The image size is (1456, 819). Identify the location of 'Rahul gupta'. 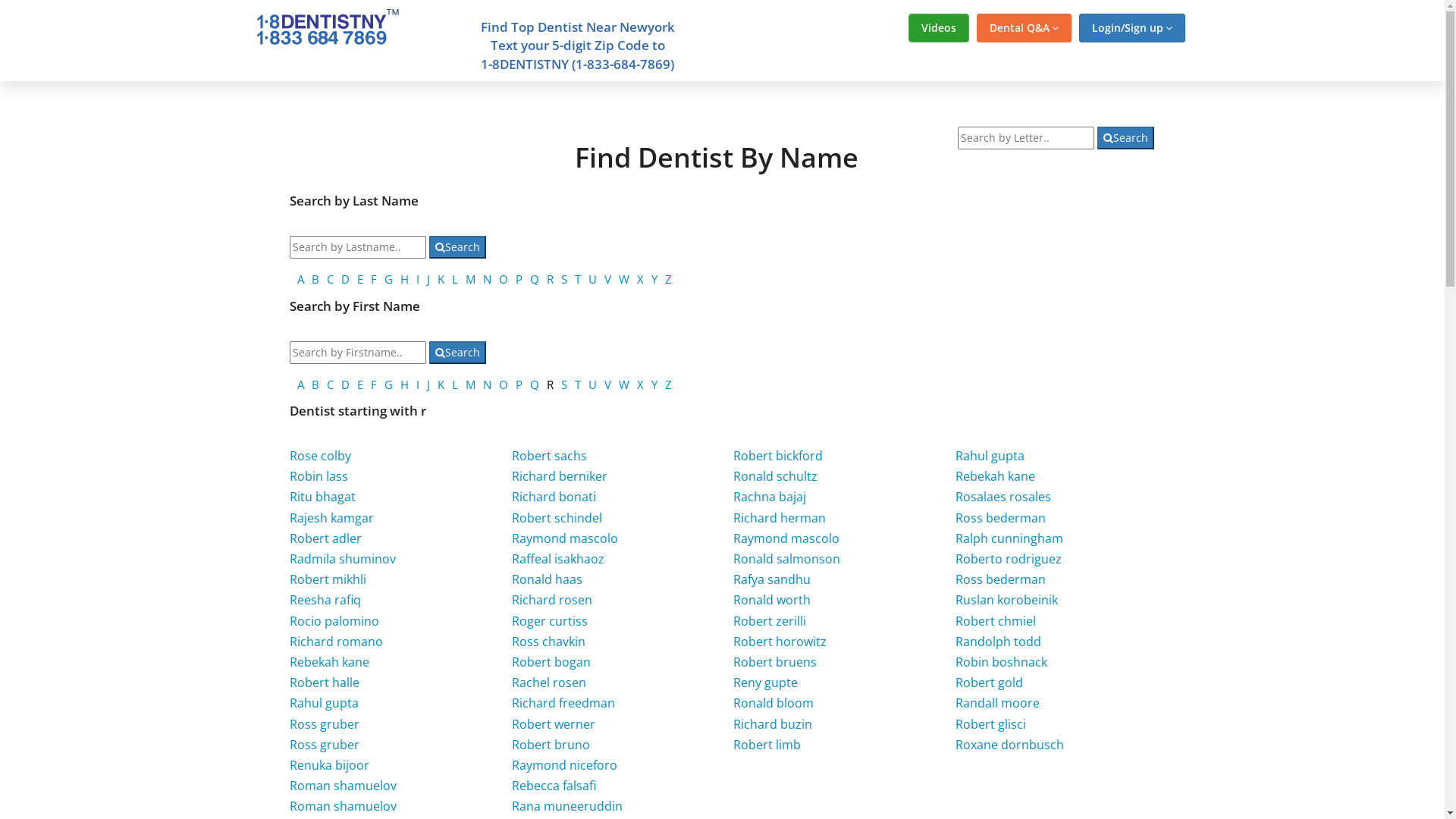
(990, 455).